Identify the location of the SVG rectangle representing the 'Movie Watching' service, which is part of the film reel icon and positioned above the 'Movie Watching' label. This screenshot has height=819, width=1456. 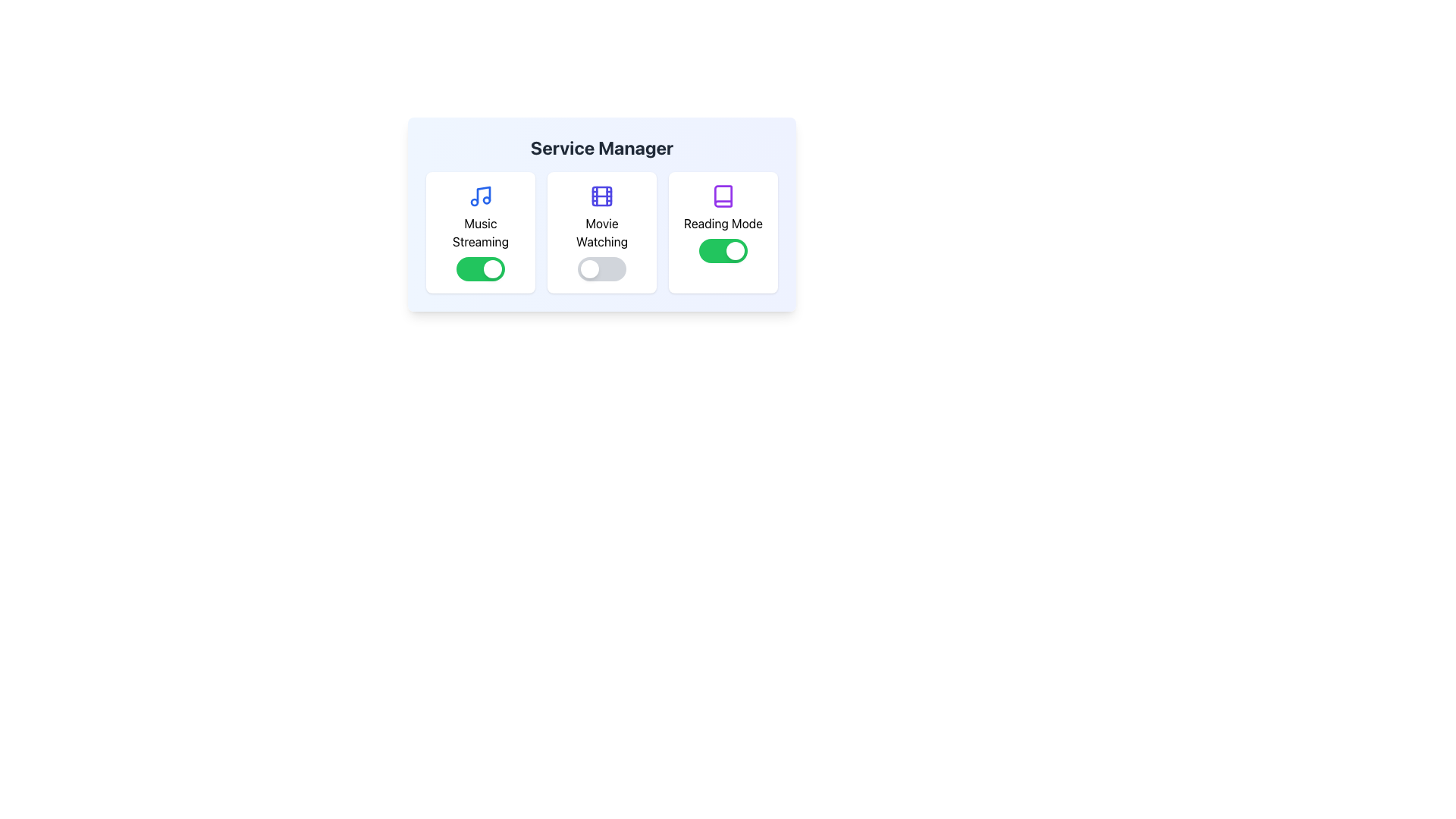
(601, 195).